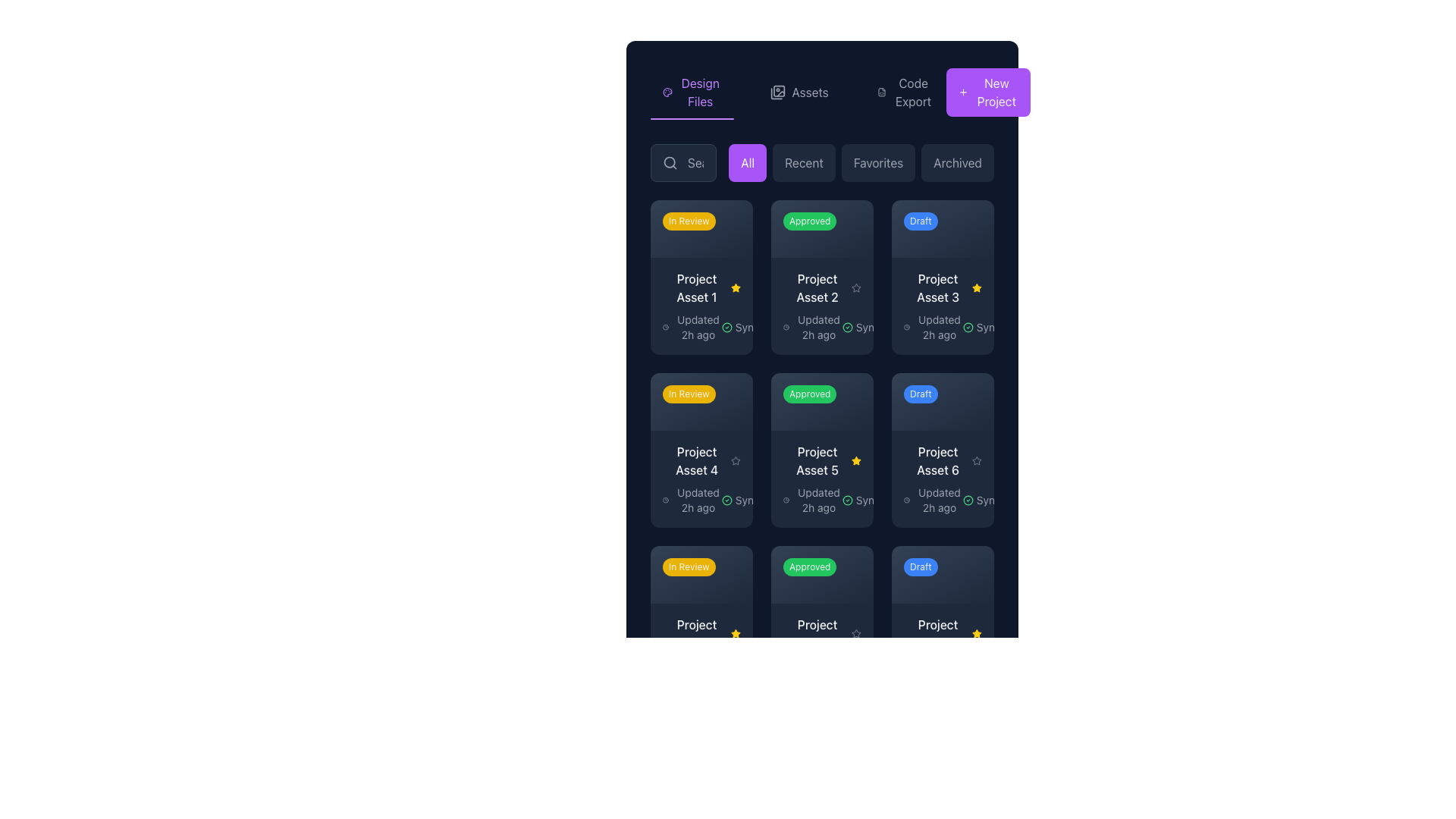  Describe the element at coordinates (932, 500) in the screenshot. I see `information displayed in the text label that shows 'Updated 2h ago', which is part of the metadata section for 'Project Asset 6'` at that location.